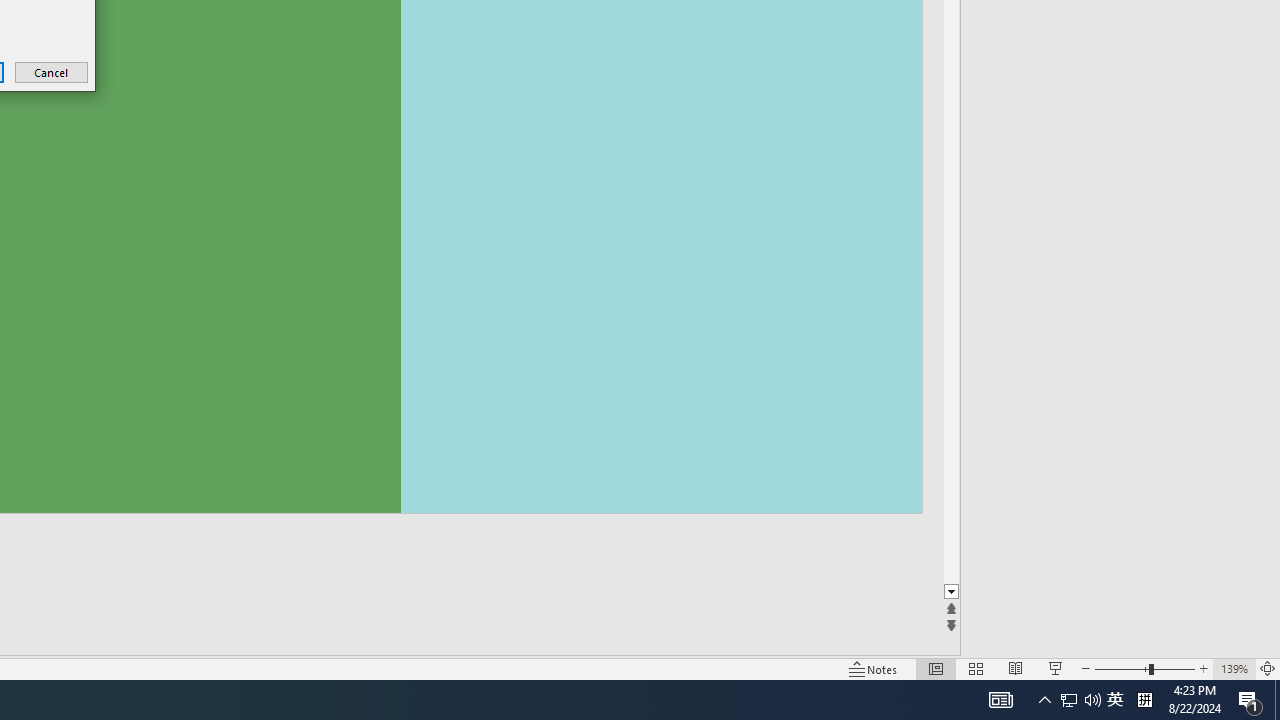 This screenshot has height=720, width=1280. I want to click on 'Zoom to Fit ', so click(1266, 669).